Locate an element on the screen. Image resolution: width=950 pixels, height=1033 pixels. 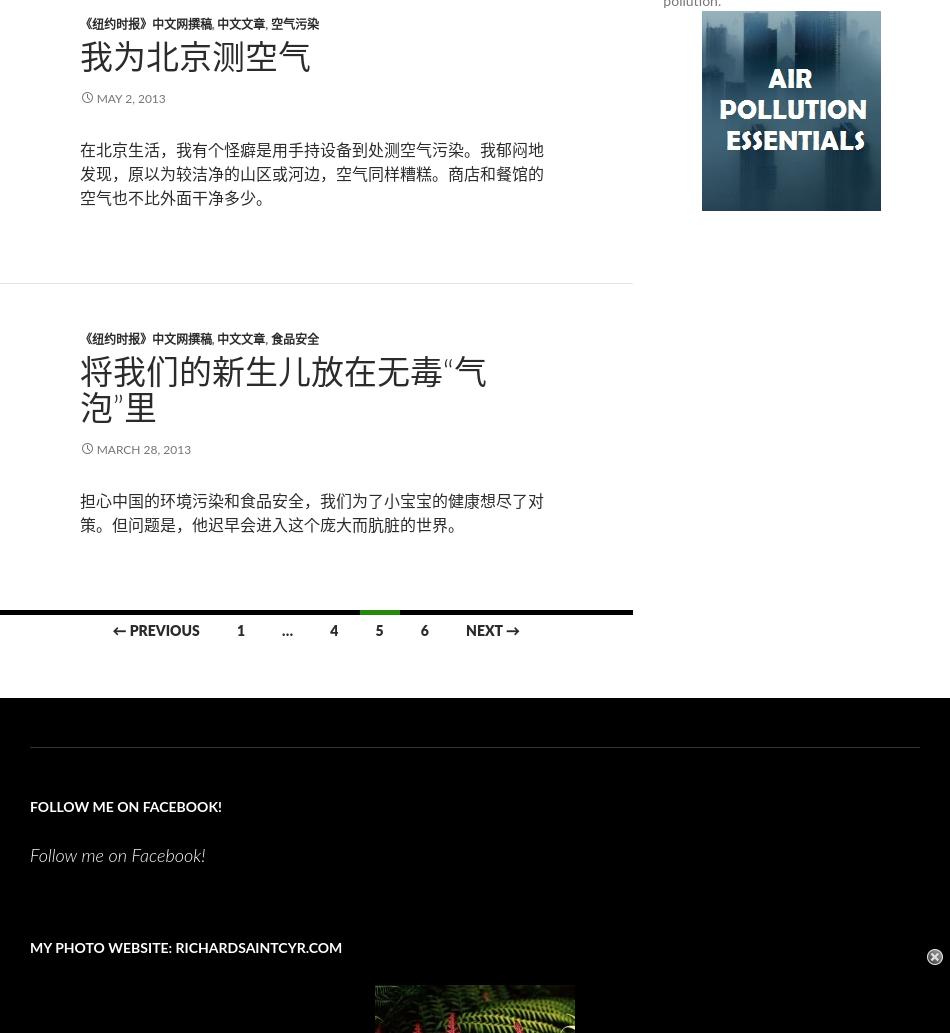
'4' is located at coordinates (333, 629).